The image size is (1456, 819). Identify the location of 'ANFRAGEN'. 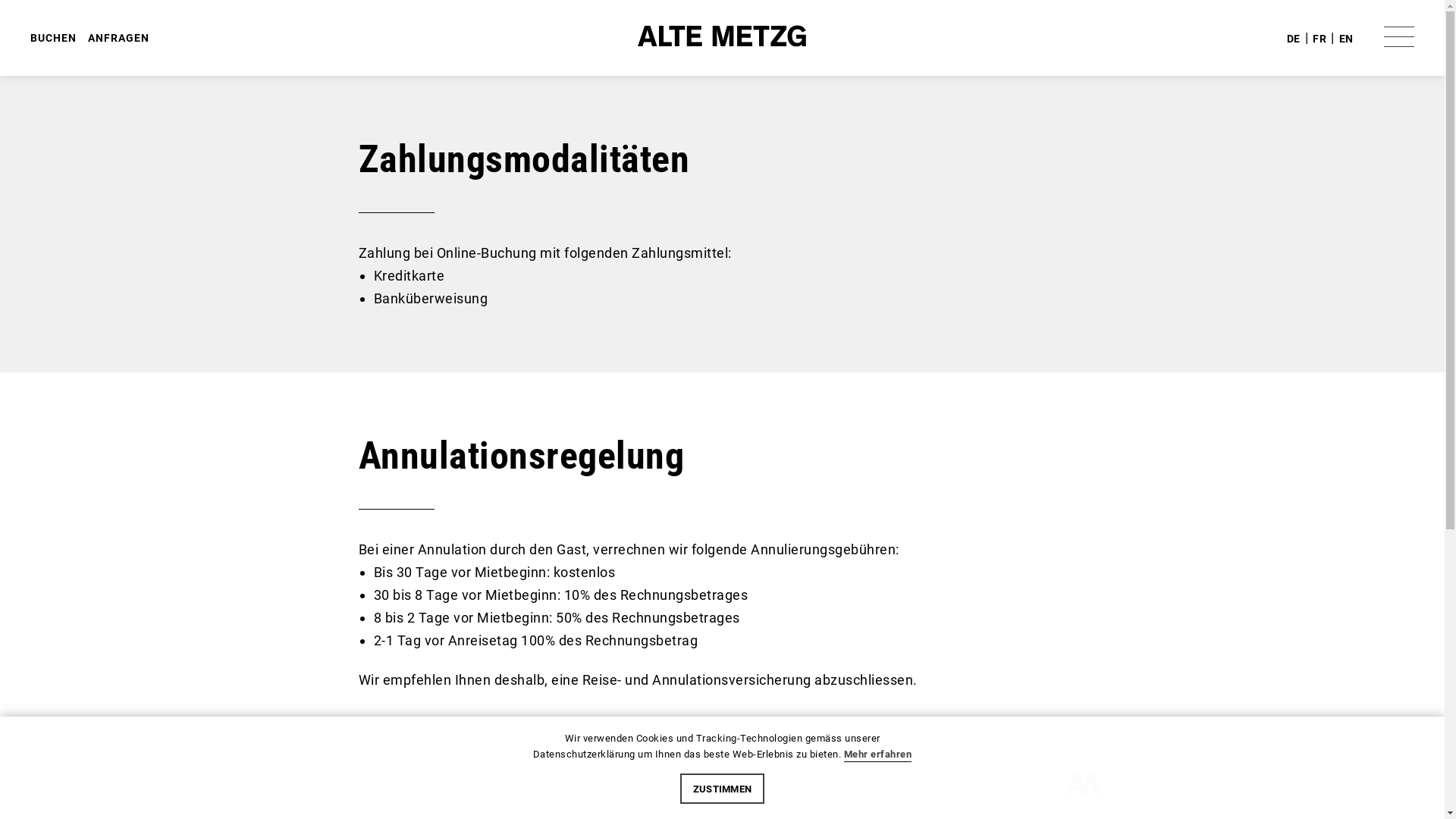
(86, 37).